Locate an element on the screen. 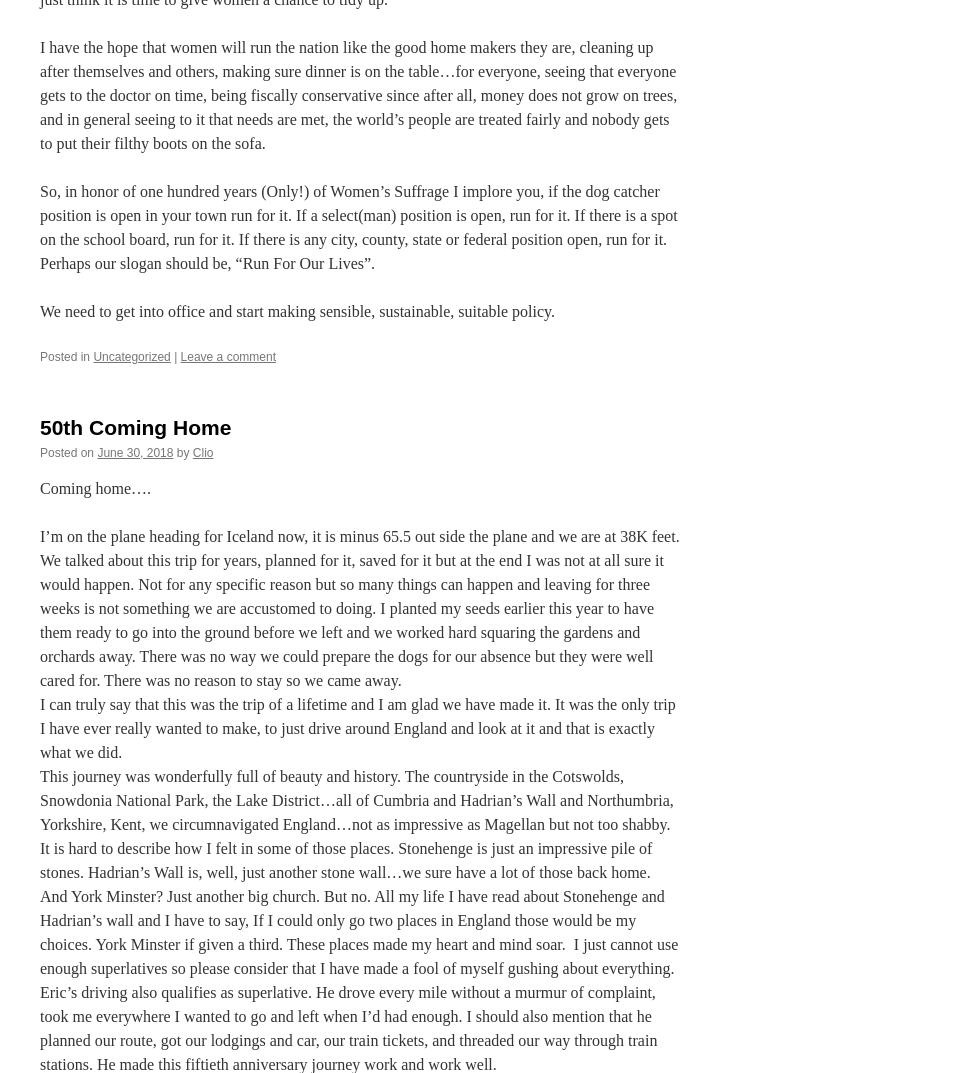  'Posted on' is located at coordinates (67, 451).